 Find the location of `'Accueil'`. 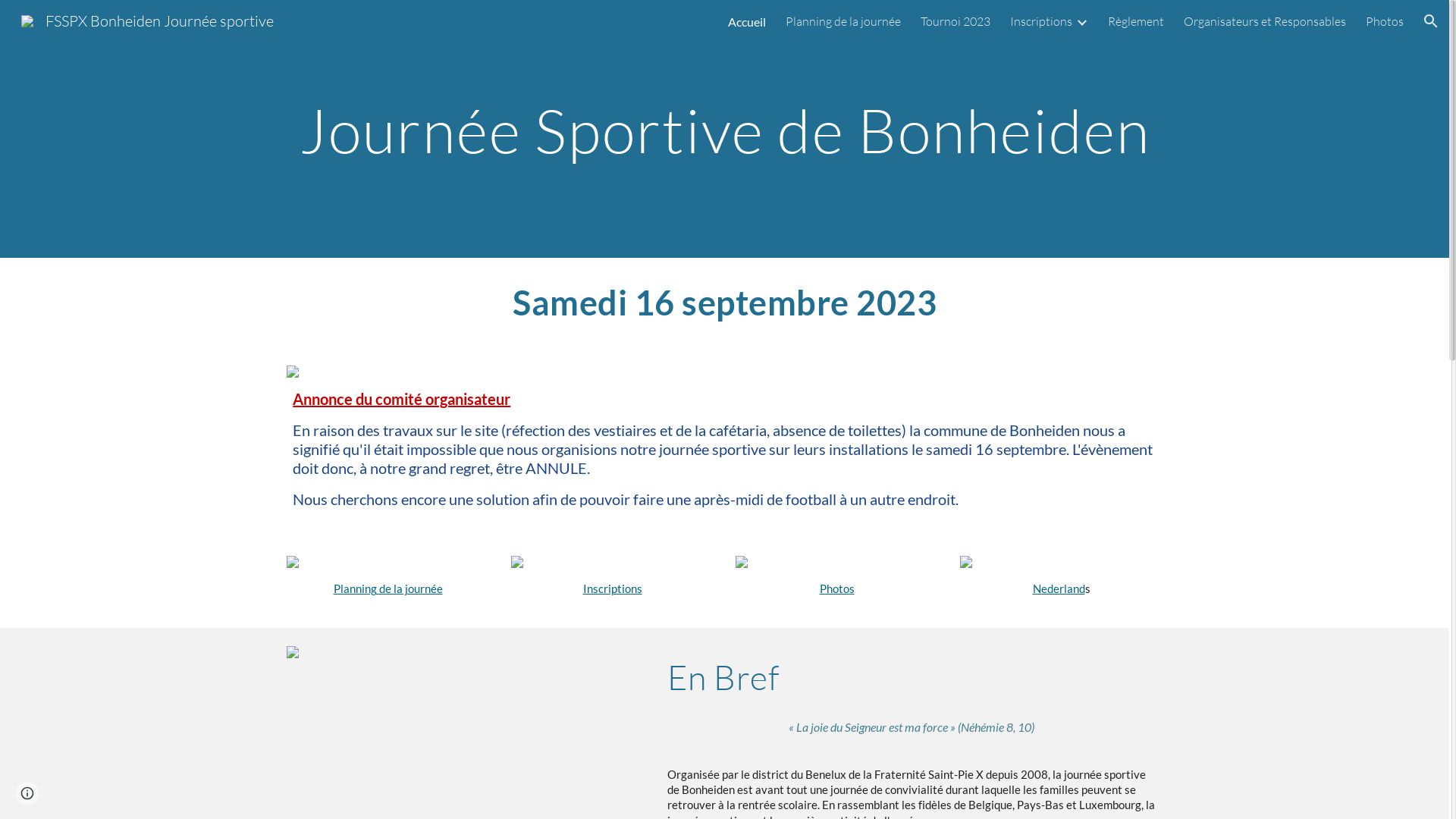

'Accueil' is located at coordinates (746, 20).